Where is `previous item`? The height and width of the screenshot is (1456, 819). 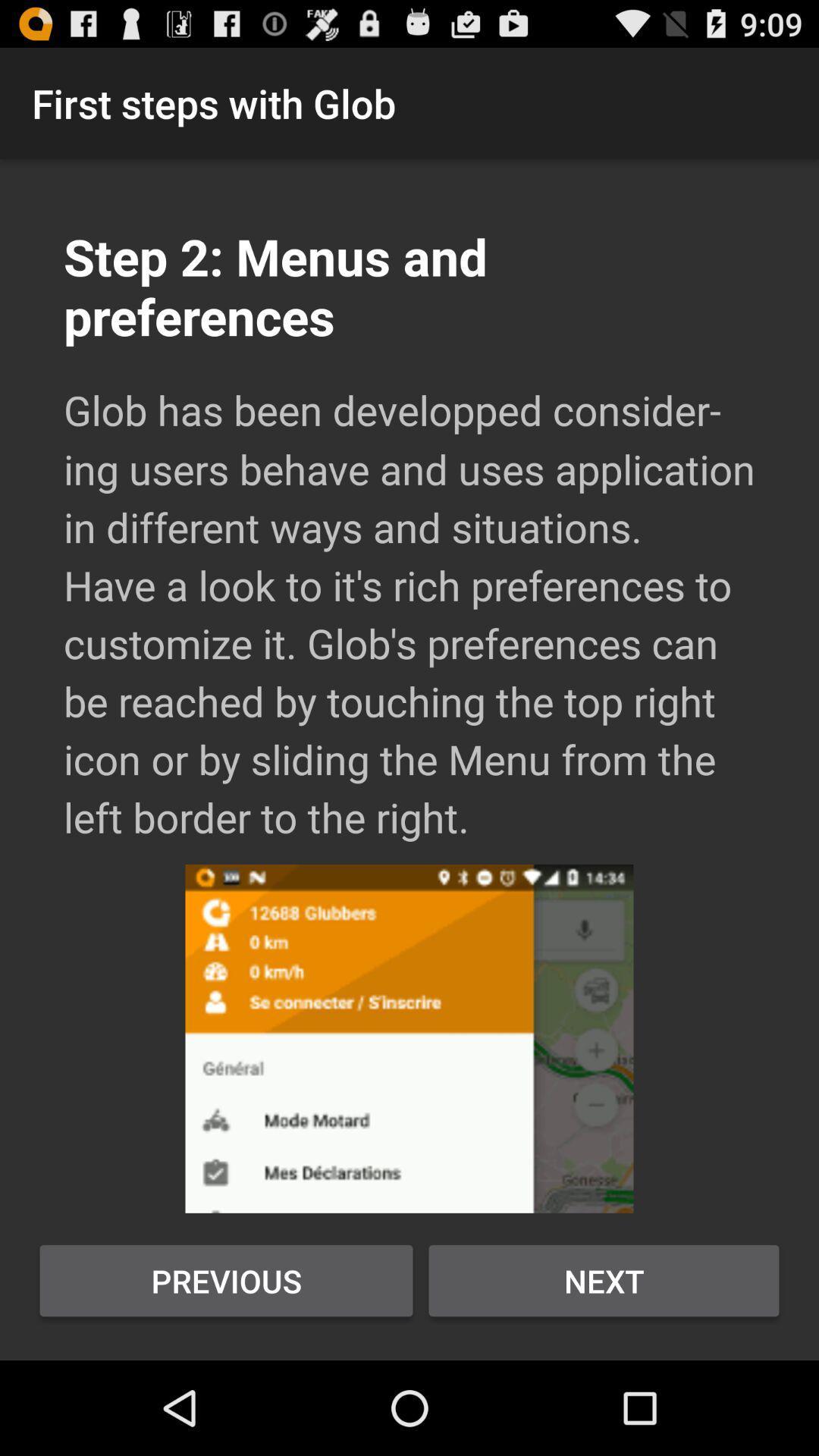 previous item is located at coordinates (226, 1280).